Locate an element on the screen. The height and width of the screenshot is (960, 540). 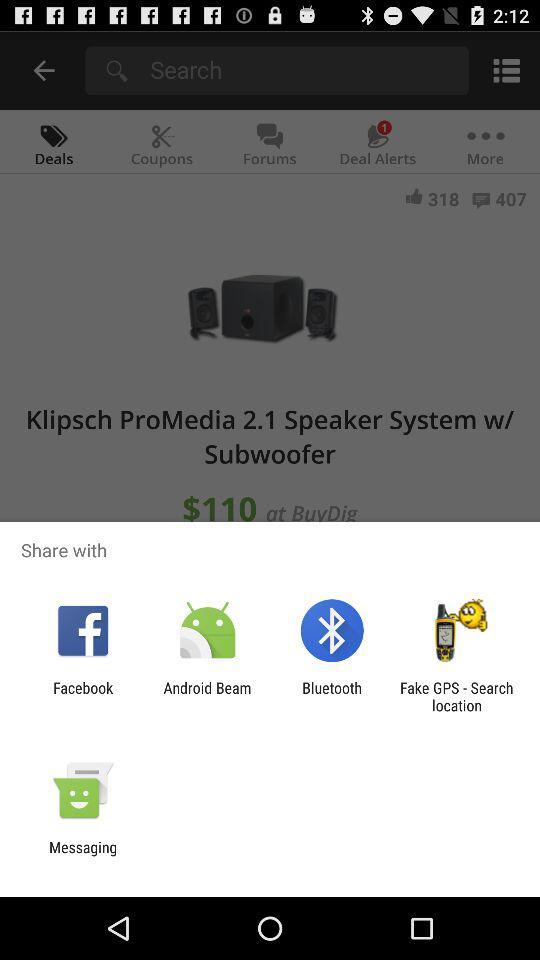
icon to the left of android beam app is located at coordinates (82, 696).